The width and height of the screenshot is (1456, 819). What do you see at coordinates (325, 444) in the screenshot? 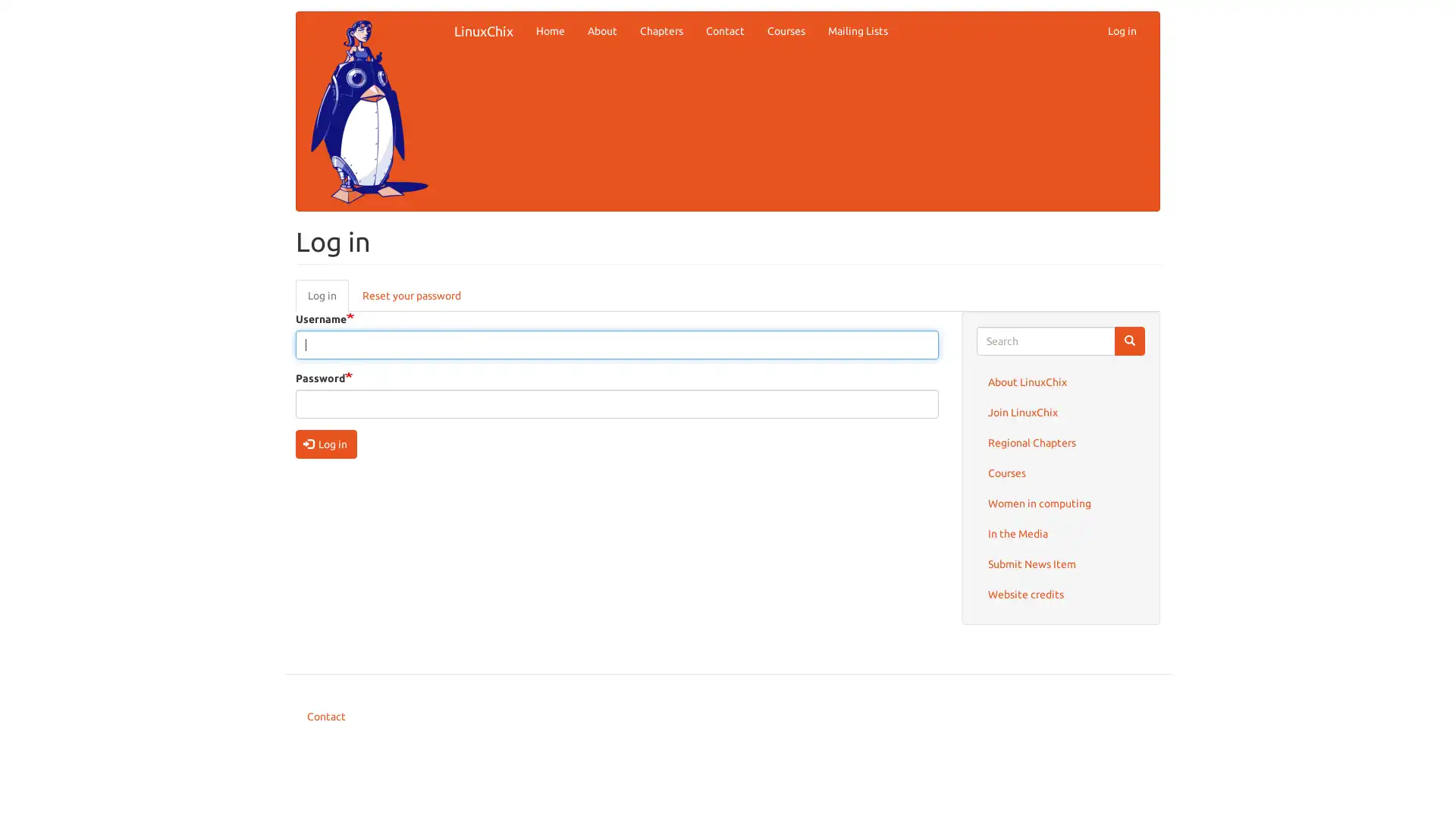
I see `Log in` at bounding box center [325, 444].